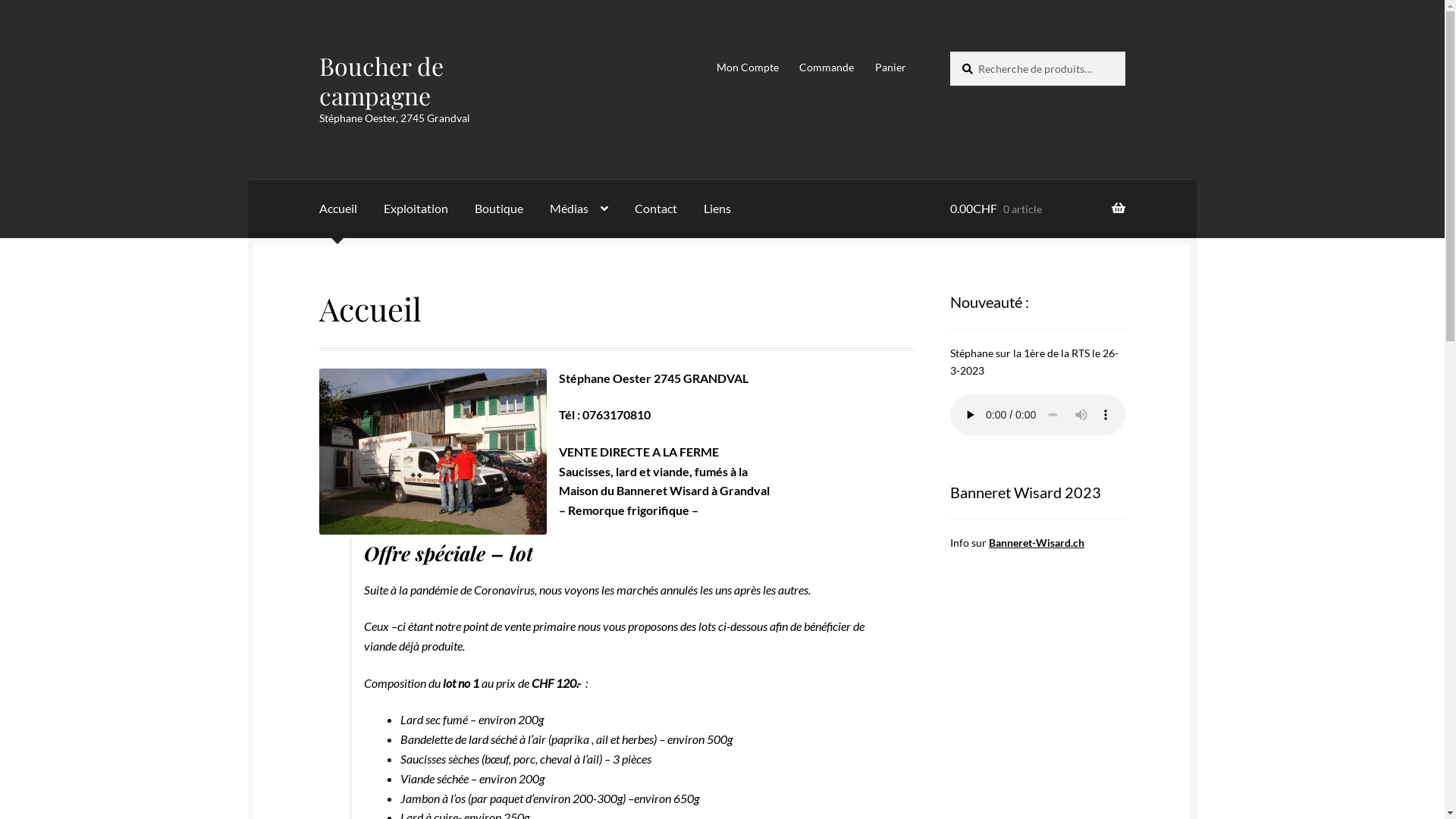 Image resolution: width=1456 pixels, height=819 pixels. What do you see at coordinates (1036, 541) in the screenshot?
I see `'Banneret-Wisard.ch'` at bounding box center [1036, 541].